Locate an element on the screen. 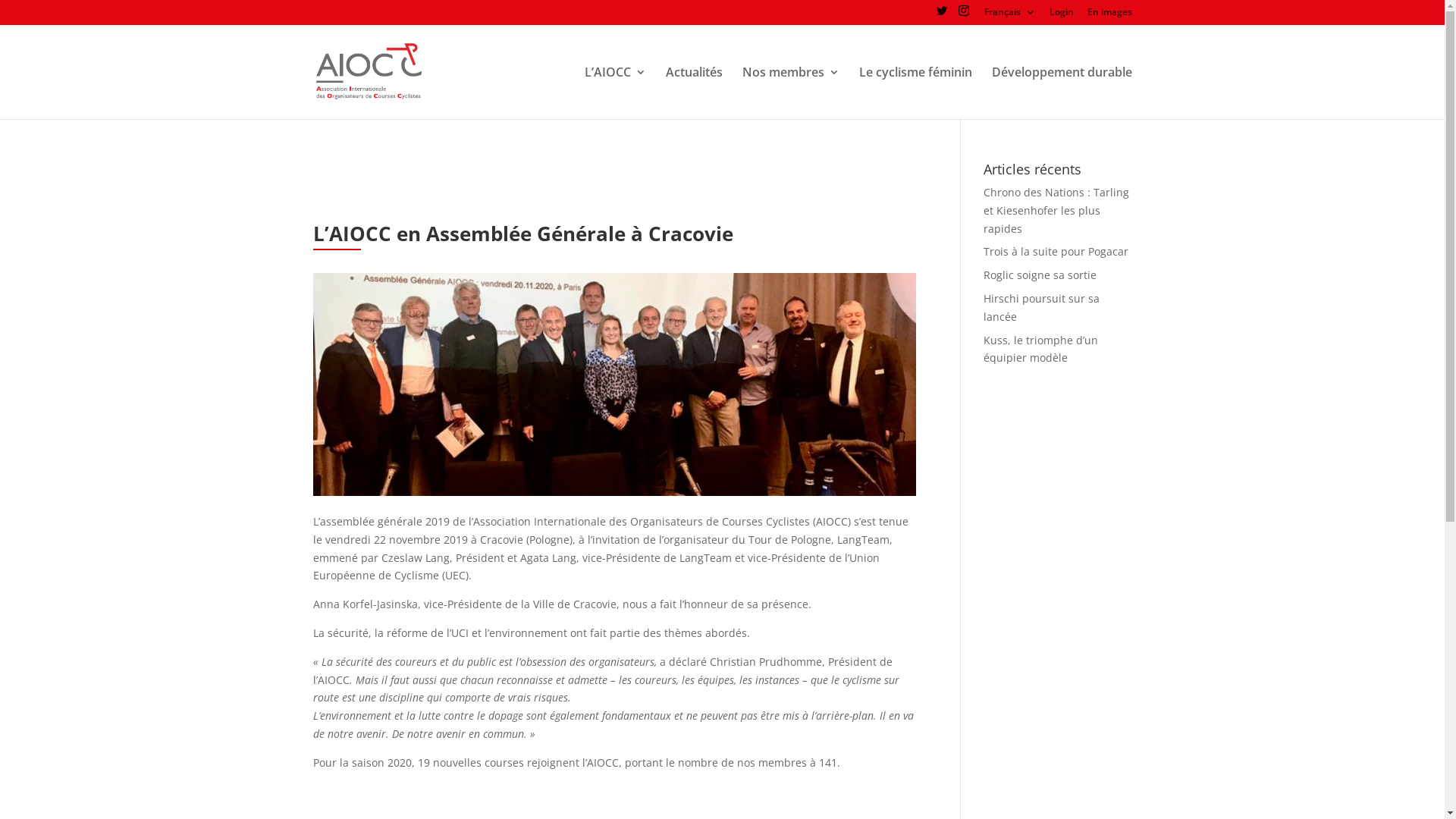  'Nos membres' is located at coordinates (789, 93).